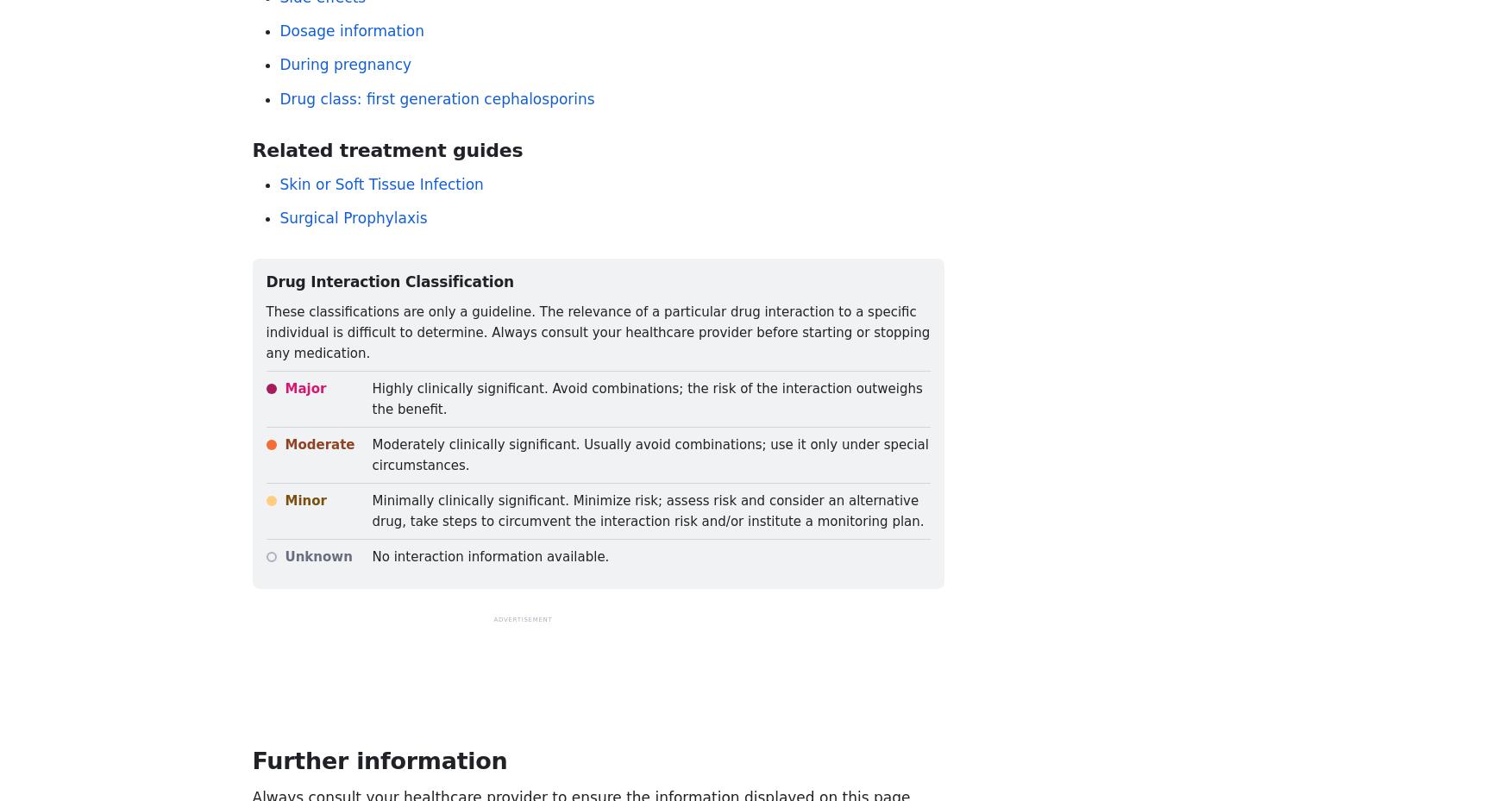  I want to click on 'Unknown', so click(318, 555).